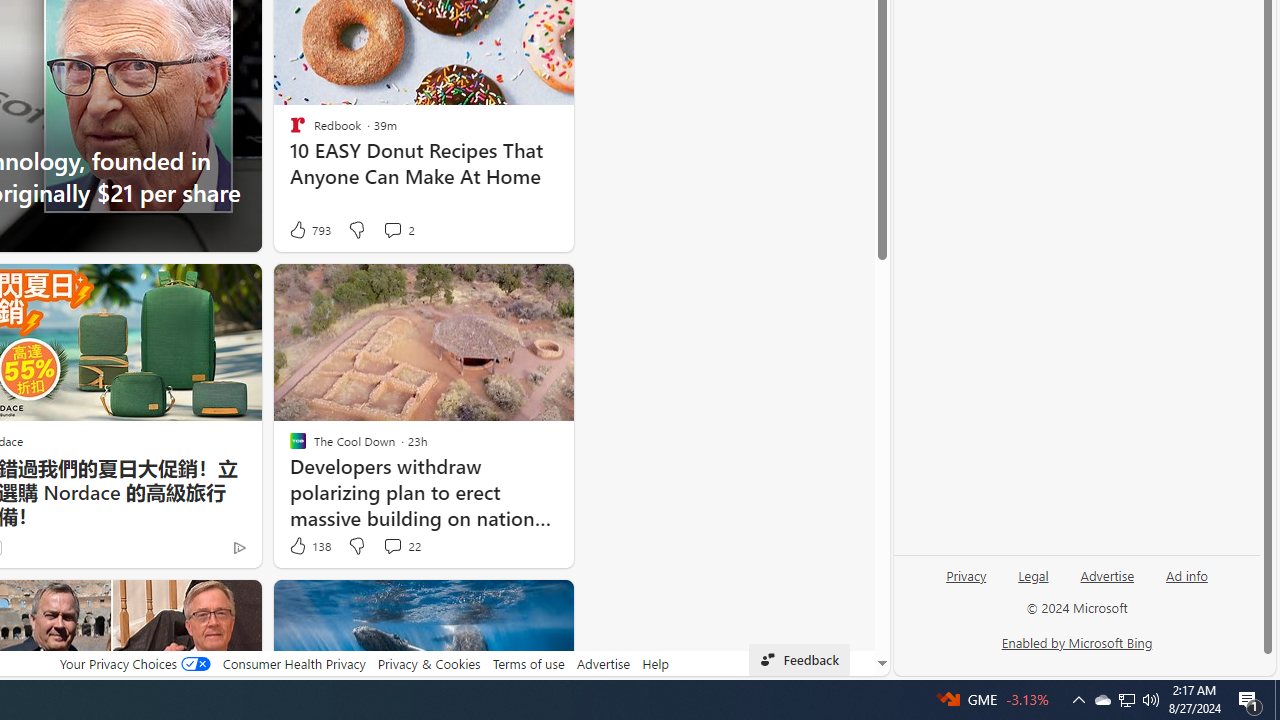  I want to click on 'View comments 22 Comment', so click(392, 545).